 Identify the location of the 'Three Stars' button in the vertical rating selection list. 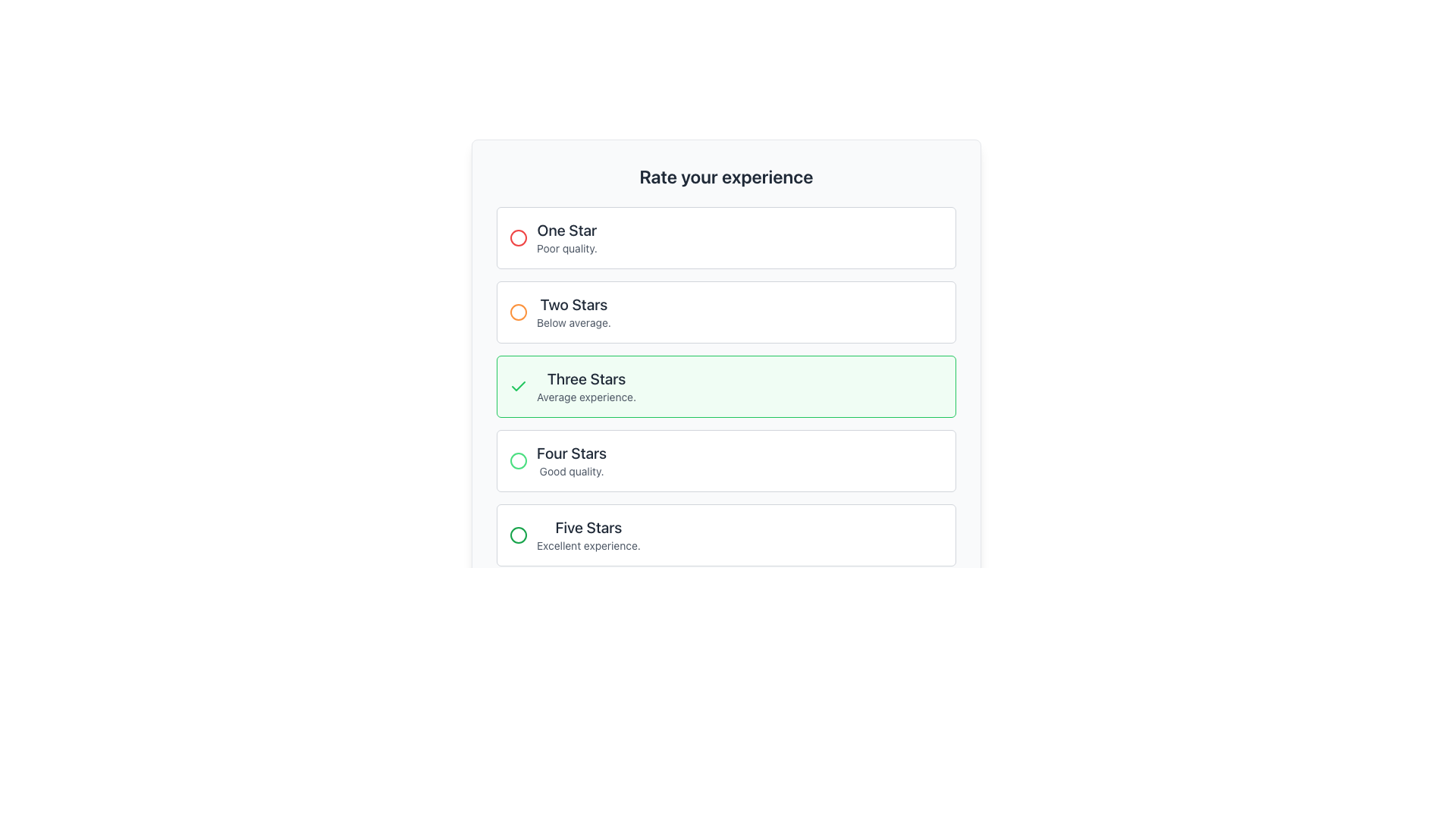
(726, 385).